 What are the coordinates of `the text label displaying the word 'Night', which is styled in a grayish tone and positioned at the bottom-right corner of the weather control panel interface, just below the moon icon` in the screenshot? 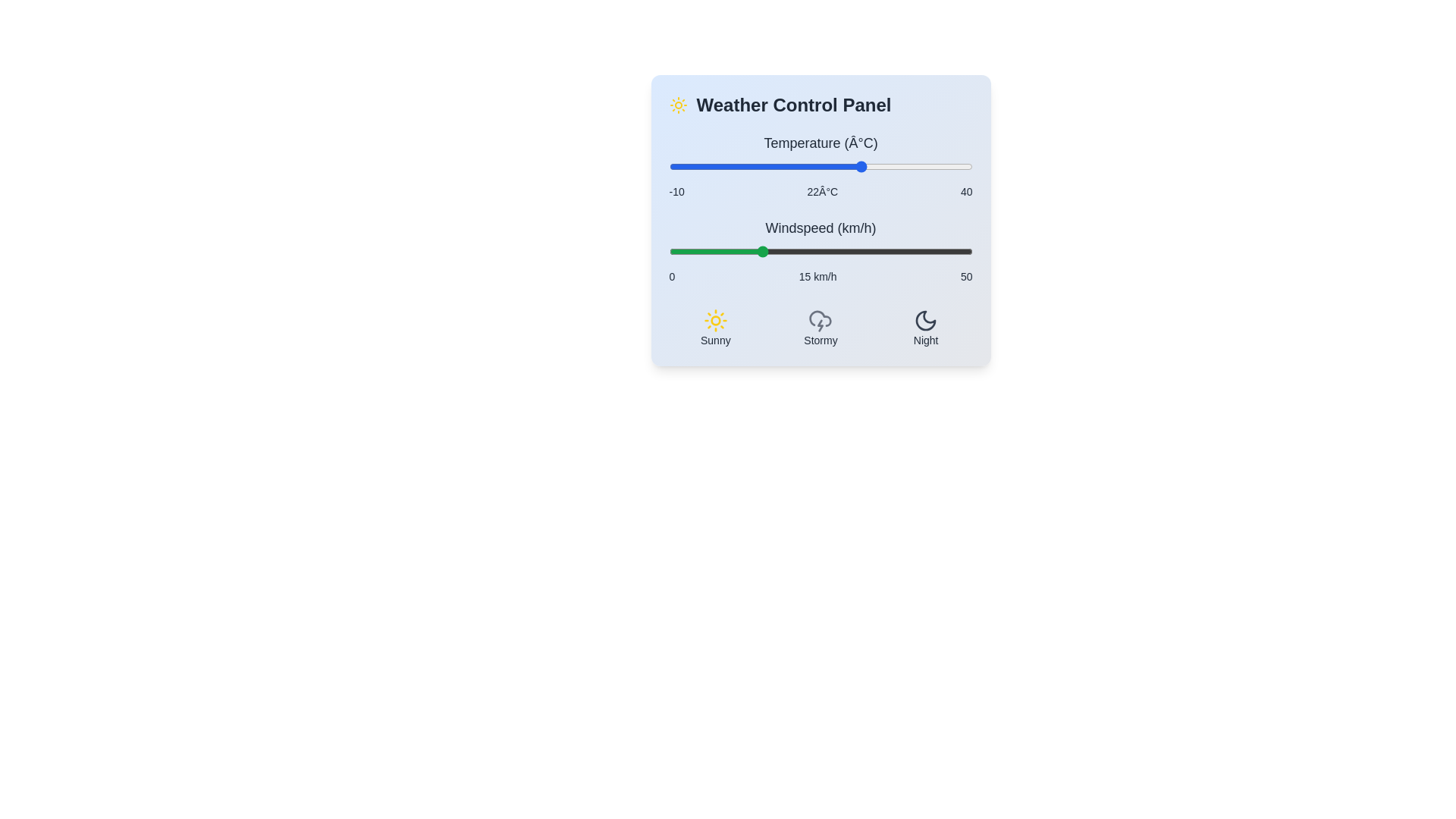 It's located at (925, 339).